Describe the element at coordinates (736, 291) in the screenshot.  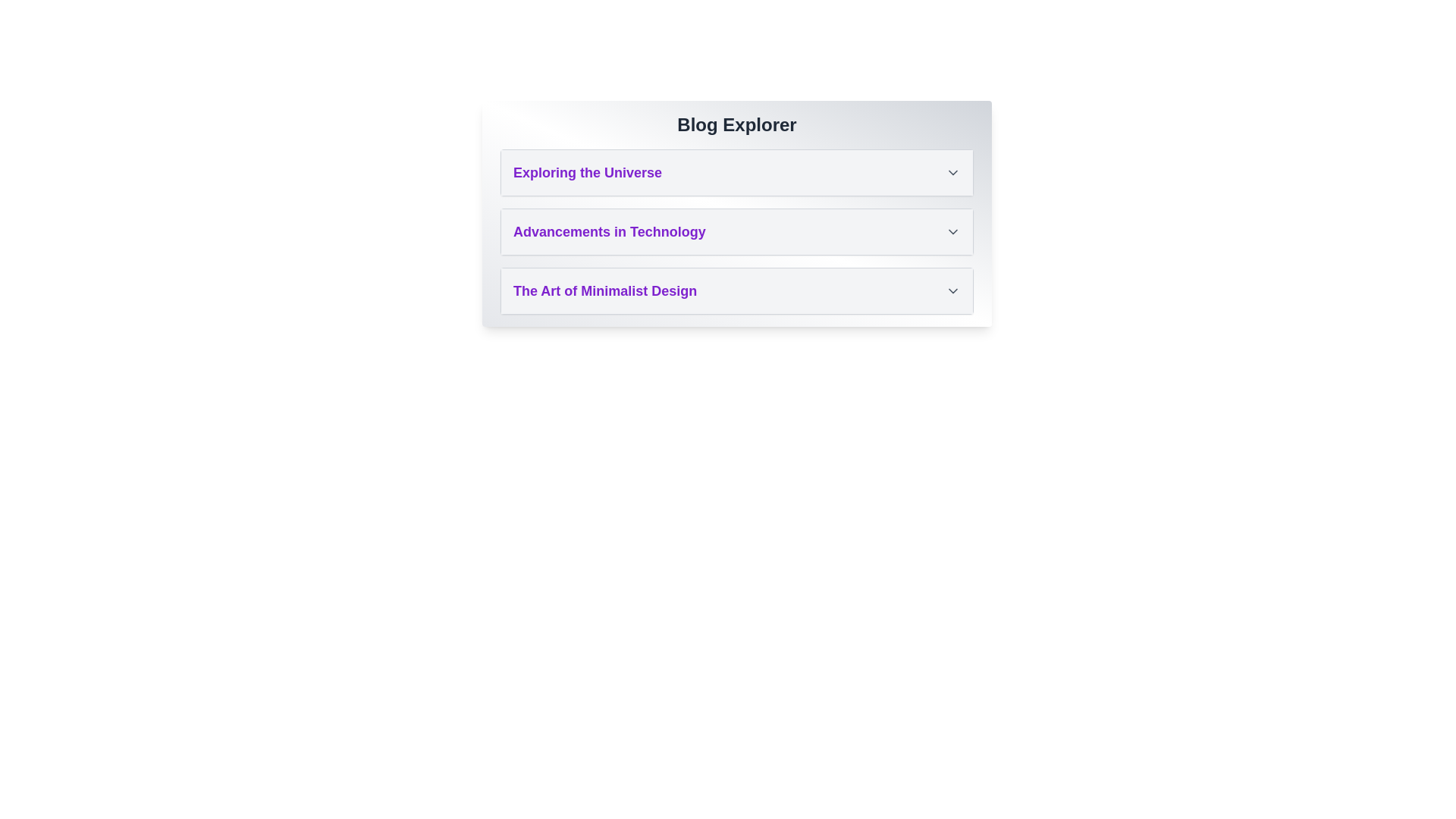
I see `the third item in the 'Blog Explorer' list, which is related to 'The Art of Minimalist Design'` at that location.